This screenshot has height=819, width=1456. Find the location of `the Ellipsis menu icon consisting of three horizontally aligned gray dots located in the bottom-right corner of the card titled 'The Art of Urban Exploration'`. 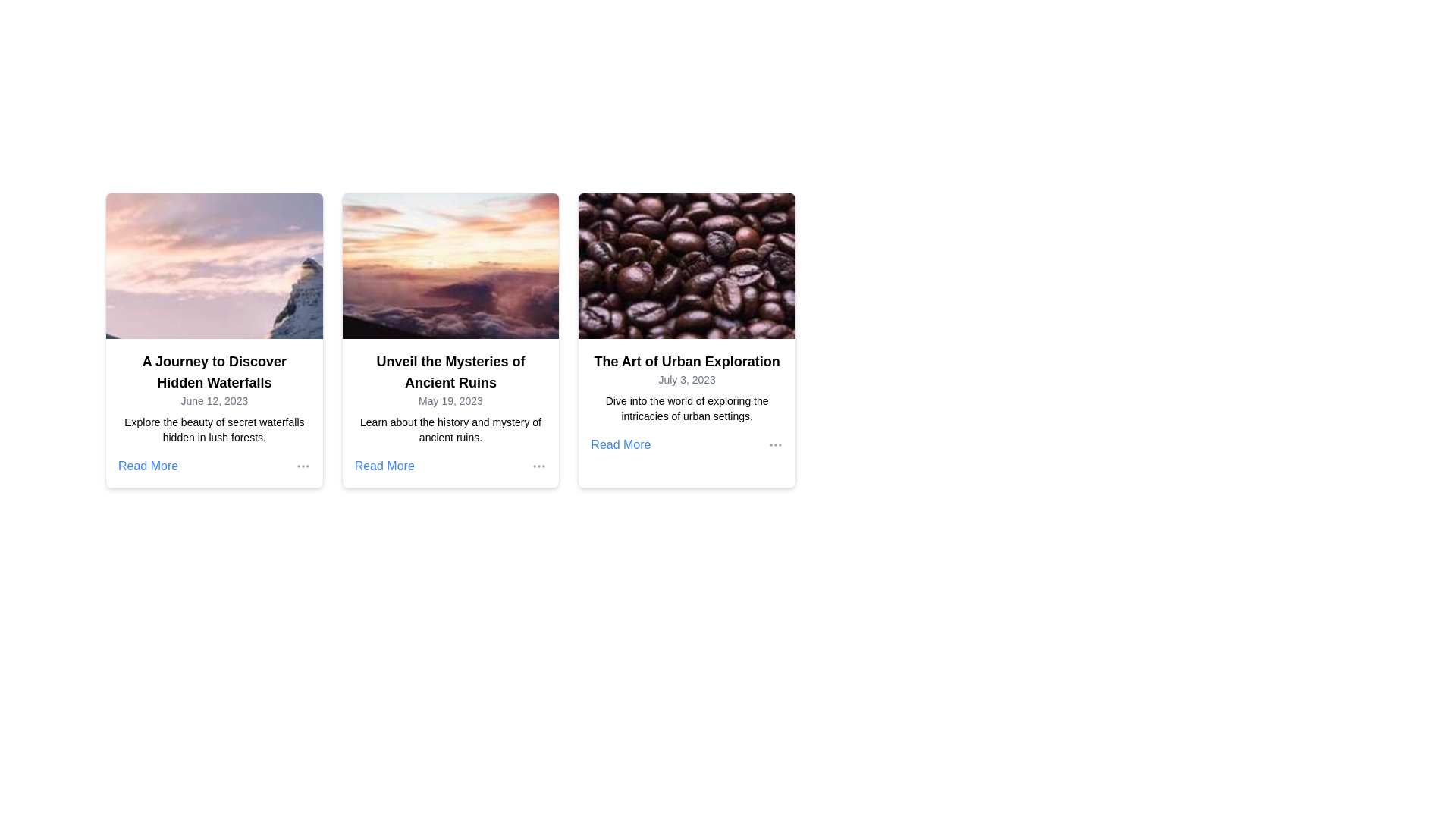

the Ellipsis menu icon consisting of three horizontally aligned gray dots located in the bottom-right corner of the card titled 'The Art of Urban Exploration' is located at coordinates (775, 444).